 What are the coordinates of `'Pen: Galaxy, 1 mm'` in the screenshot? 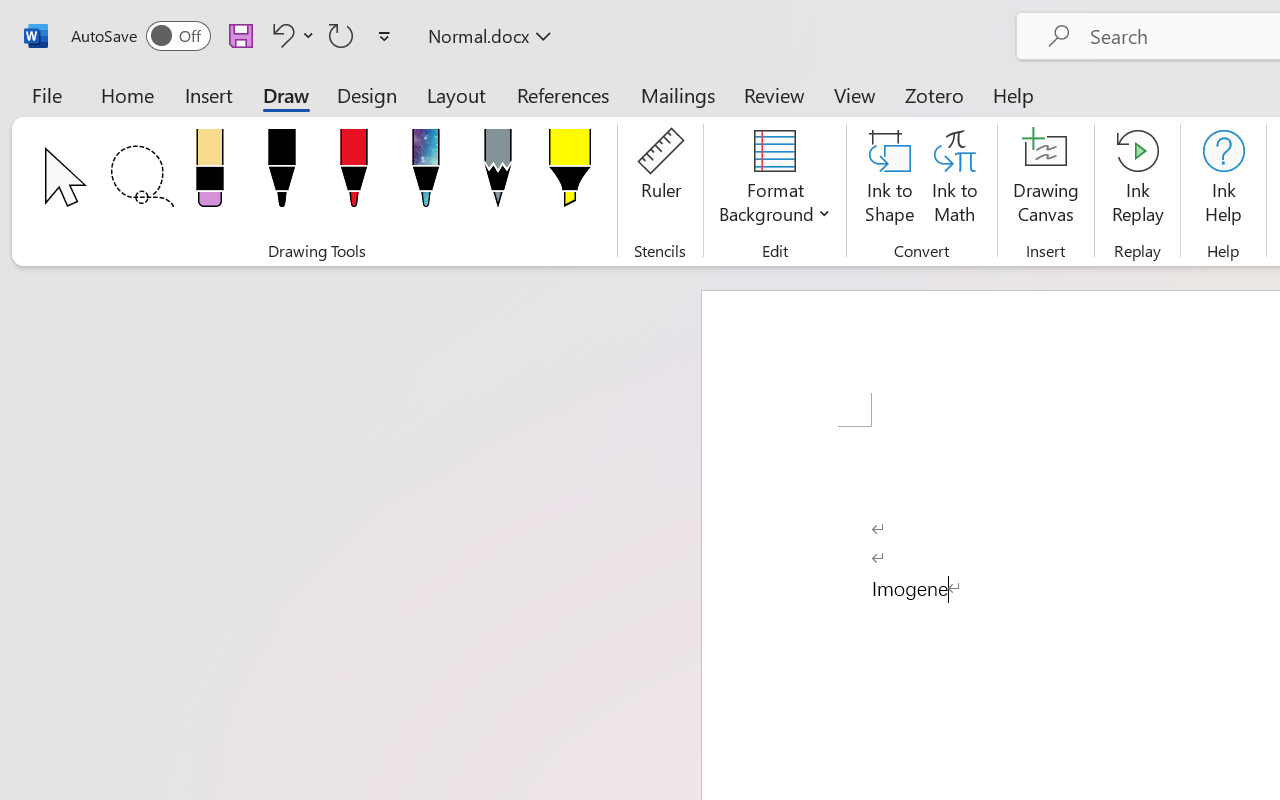 It's located at (425, 173).